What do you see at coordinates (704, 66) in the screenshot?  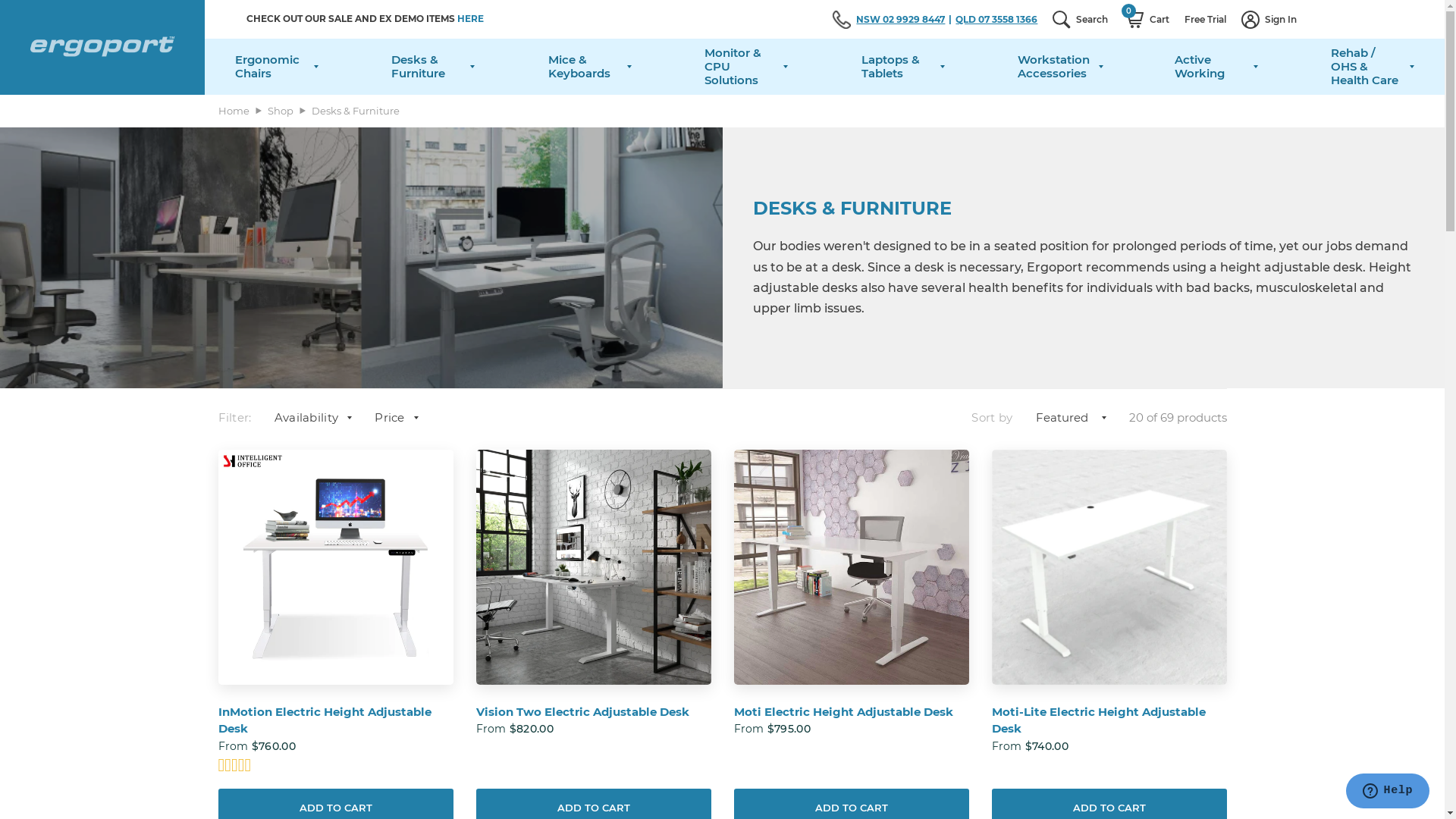 I see `'Monitor & CPU Solutions'` at bounding box center [704, 66].